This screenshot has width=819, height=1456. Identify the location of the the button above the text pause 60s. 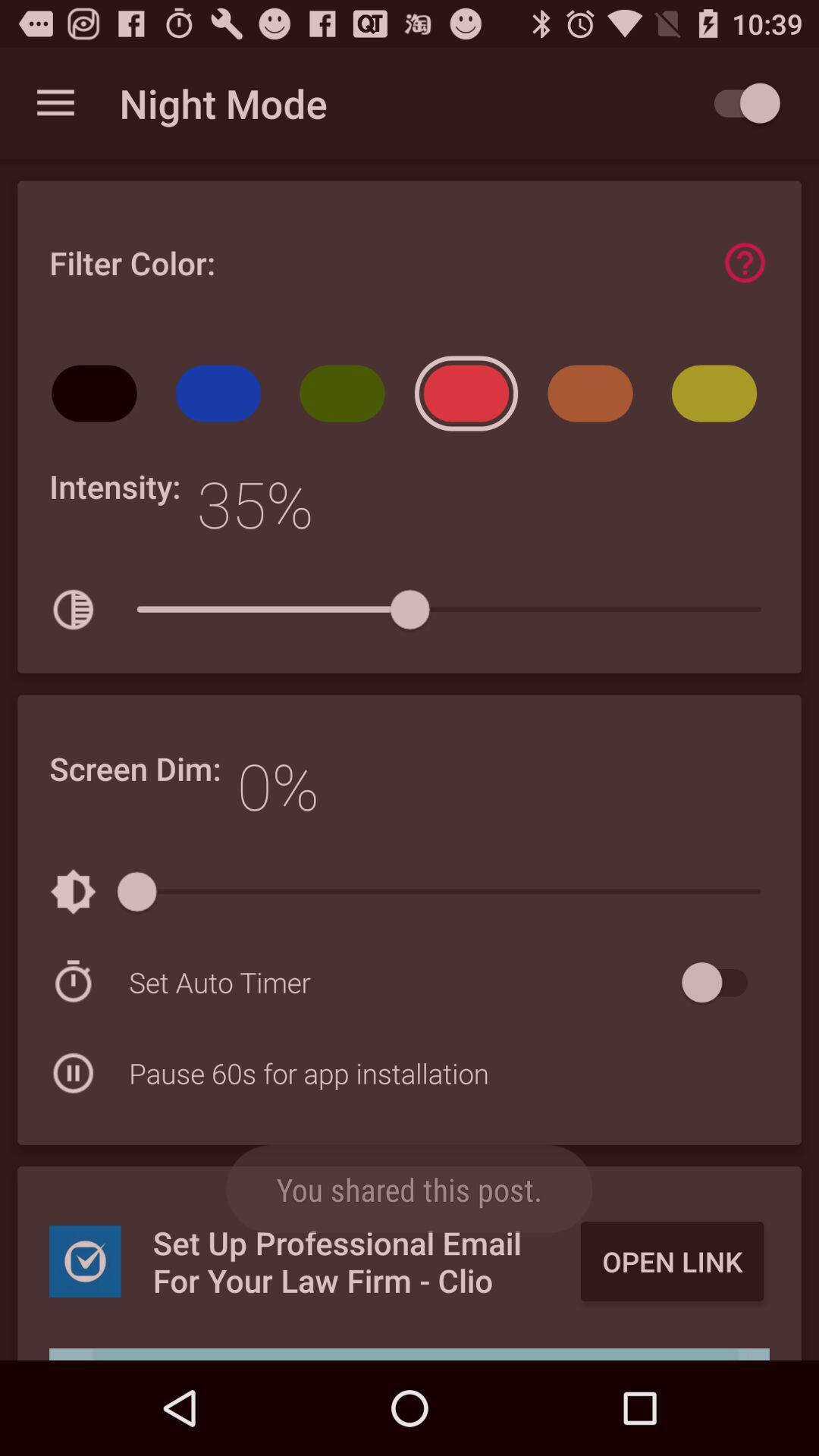
(400, 982).